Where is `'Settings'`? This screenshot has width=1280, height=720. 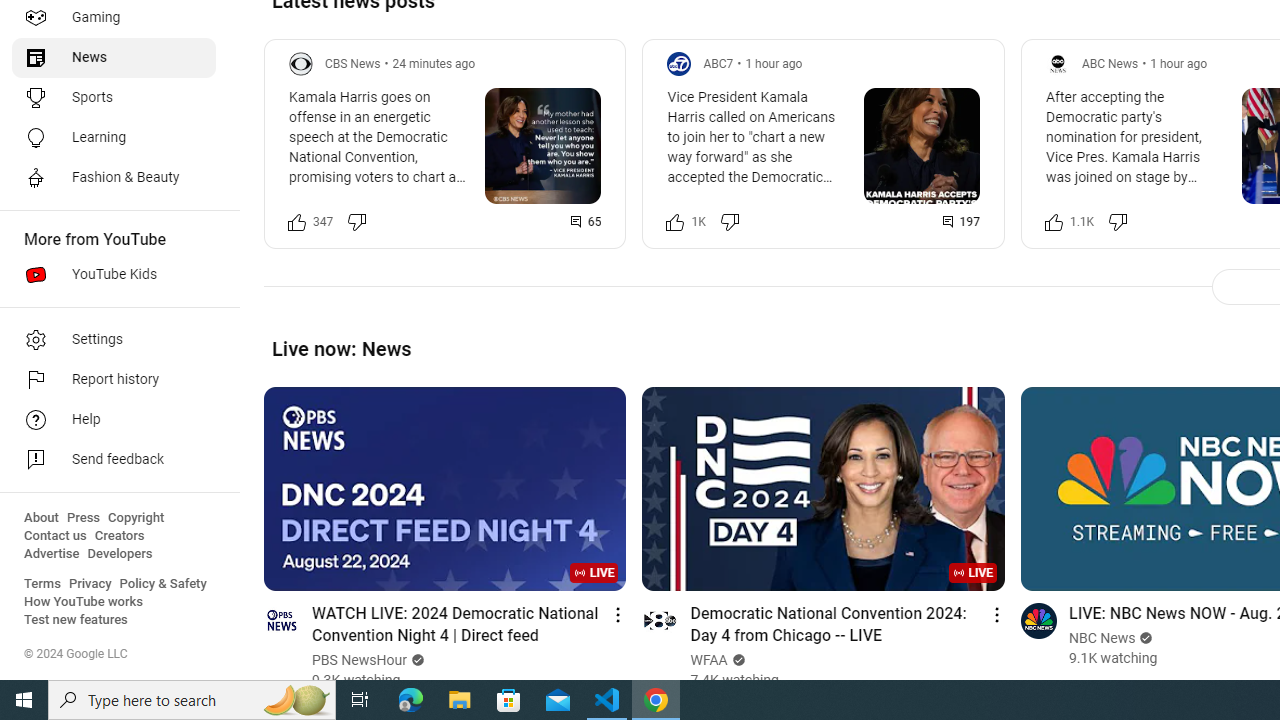
'Settings' is located at coordinates (112, 338).